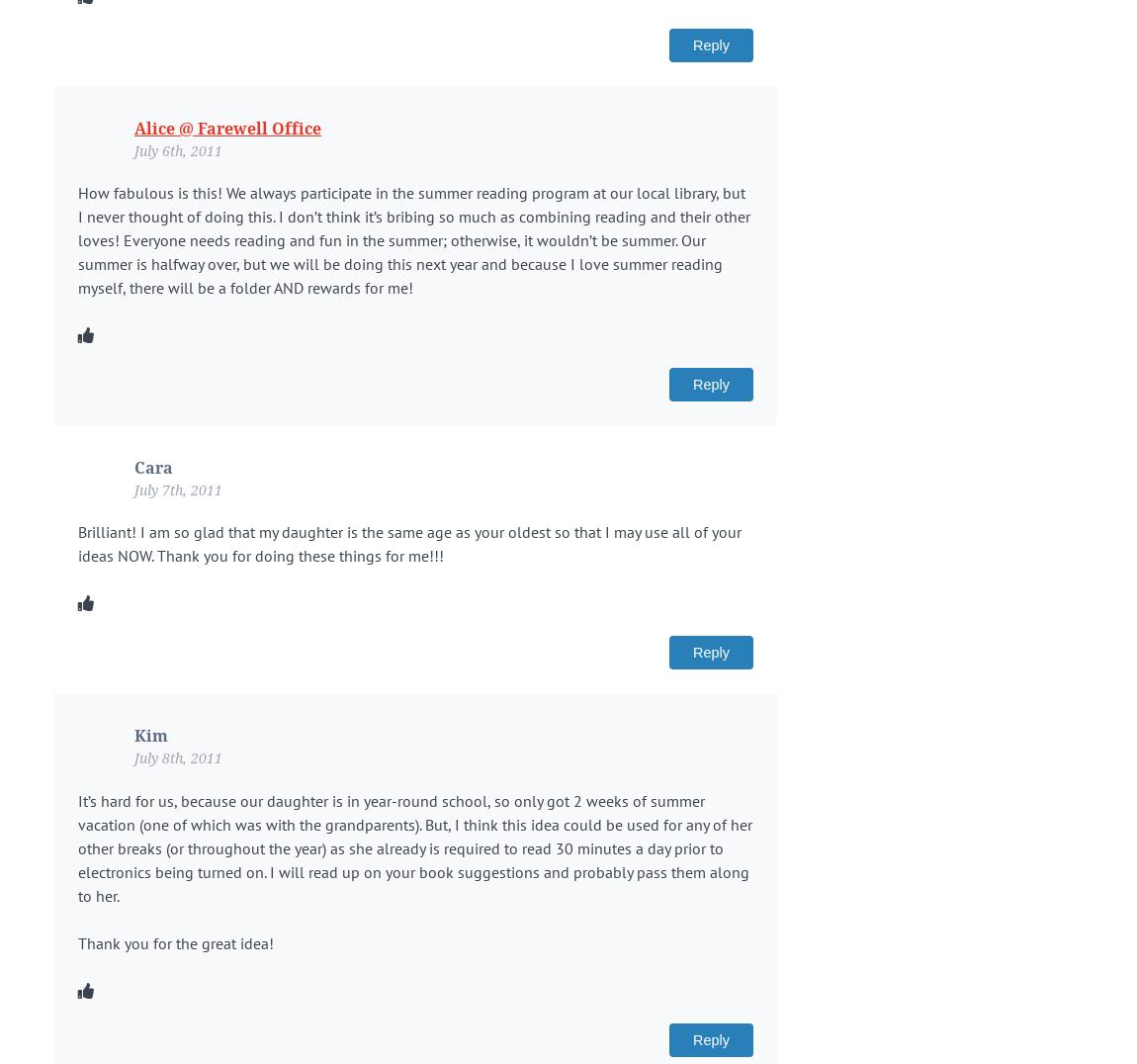 The image size is (1137, 1064). What do you see at coordinates (133, 127) in the screenshot?
I see `'Alice @ Farewell Office'` at bounding box center [133, 127].